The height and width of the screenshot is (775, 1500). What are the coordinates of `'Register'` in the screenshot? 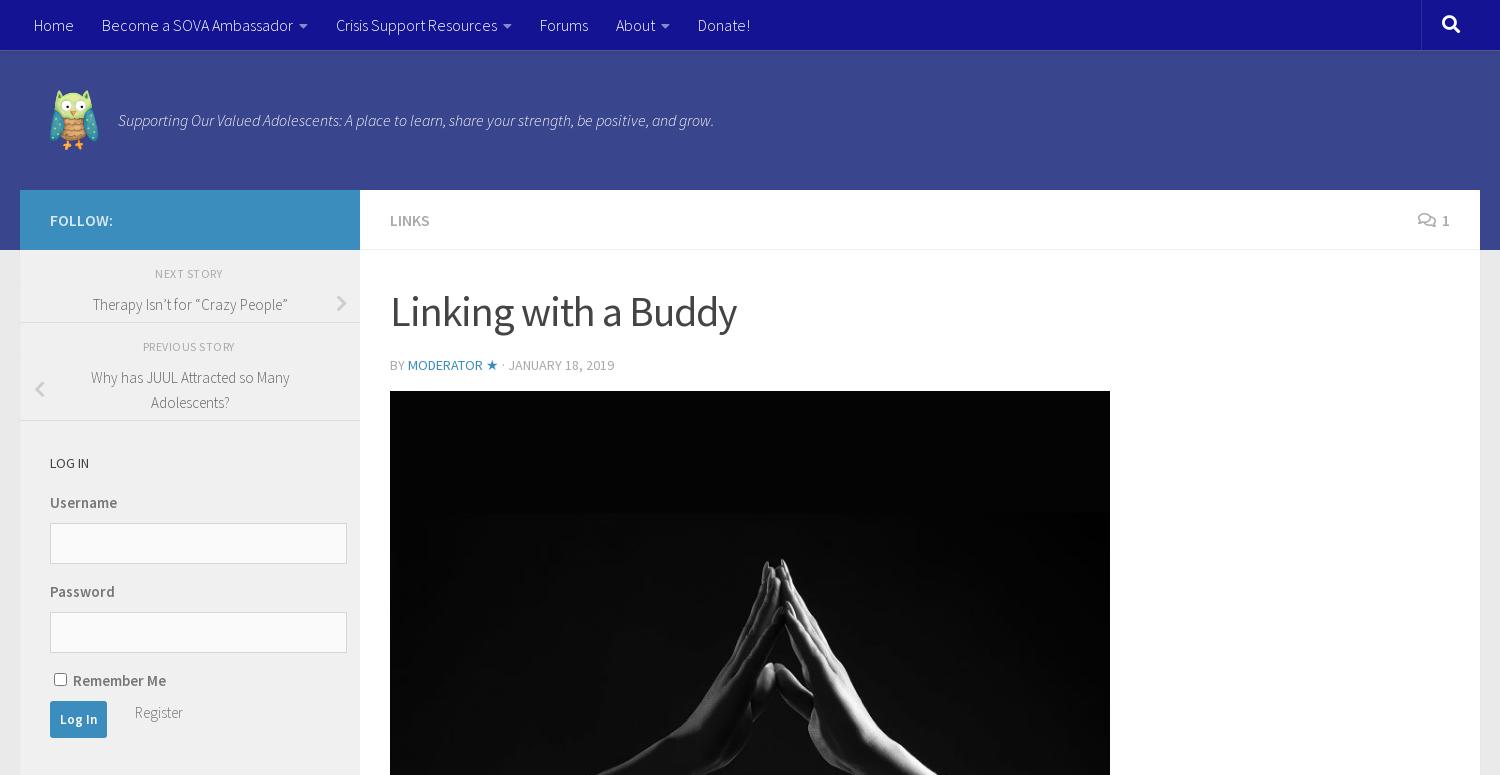 It's located at (135, 711).